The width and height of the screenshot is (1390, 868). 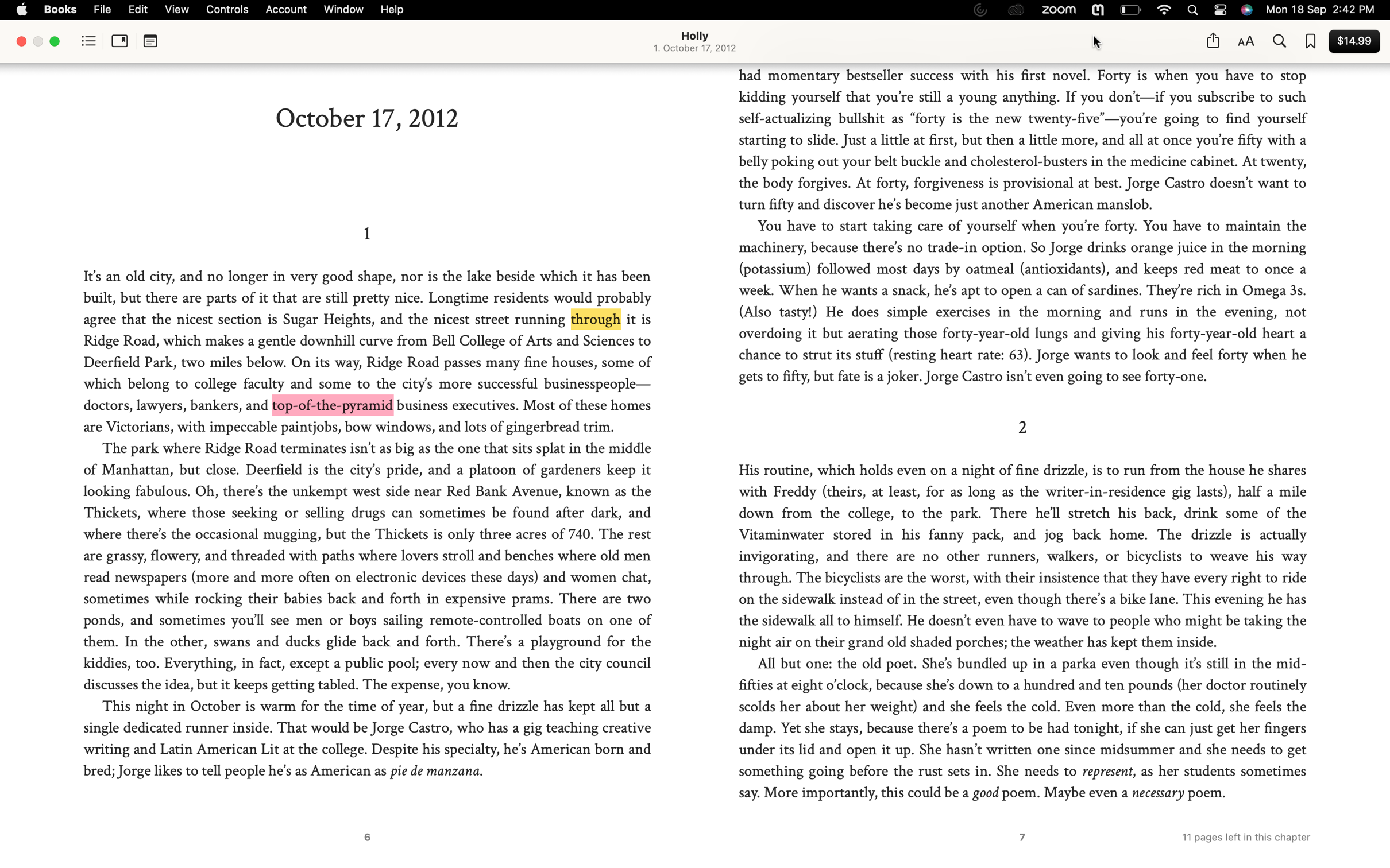 What do you see at coordinates (1353, 41) in the screenshot?
I see `Finalize the purchase of the current book` at bounding box center [1353, 41].